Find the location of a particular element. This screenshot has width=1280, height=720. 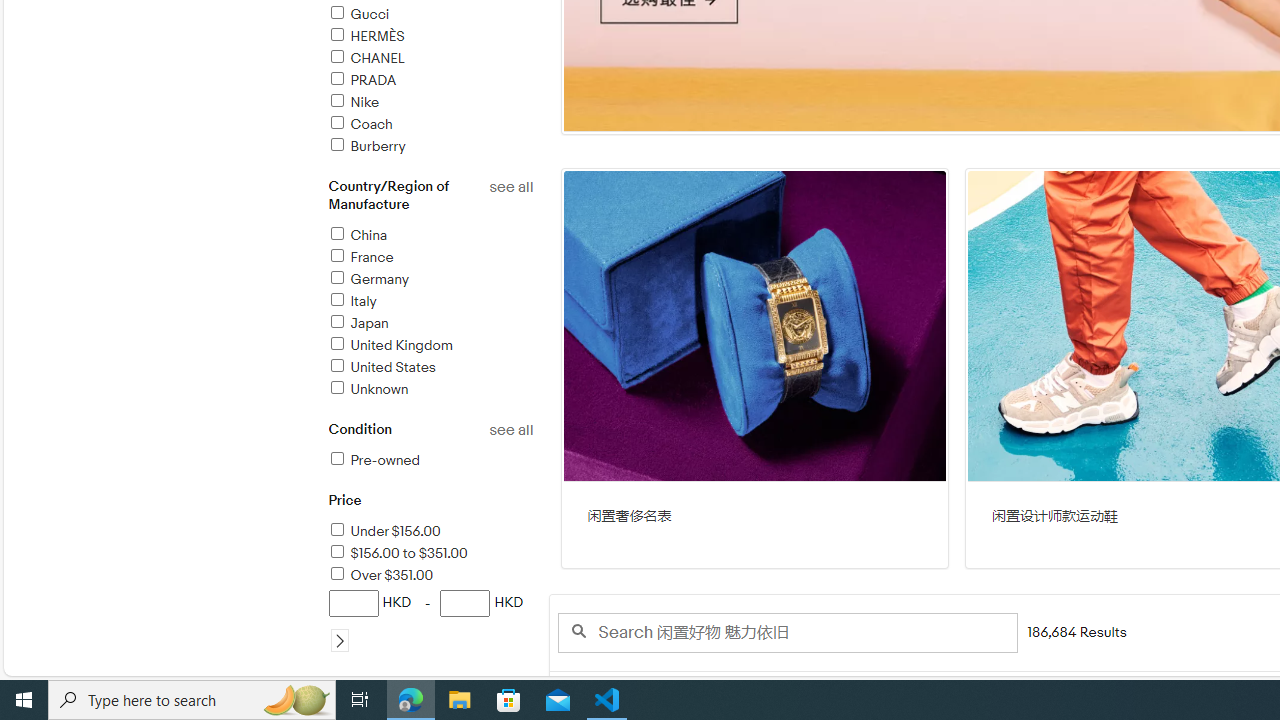

'See all country/region of manufacture refinements' is located at coordinates (511, 187).